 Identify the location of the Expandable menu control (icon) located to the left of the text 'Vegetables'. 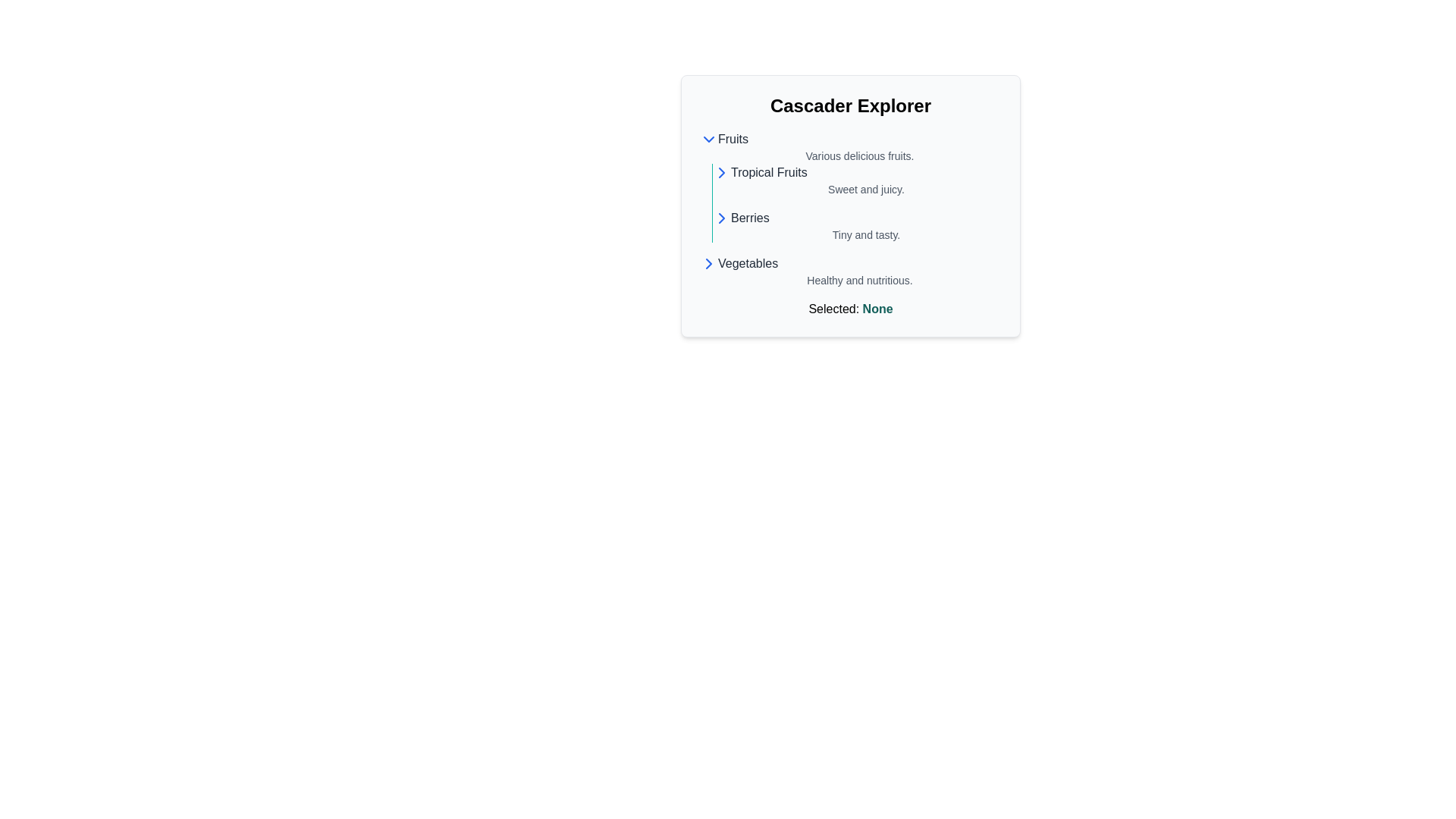
(708, 262).